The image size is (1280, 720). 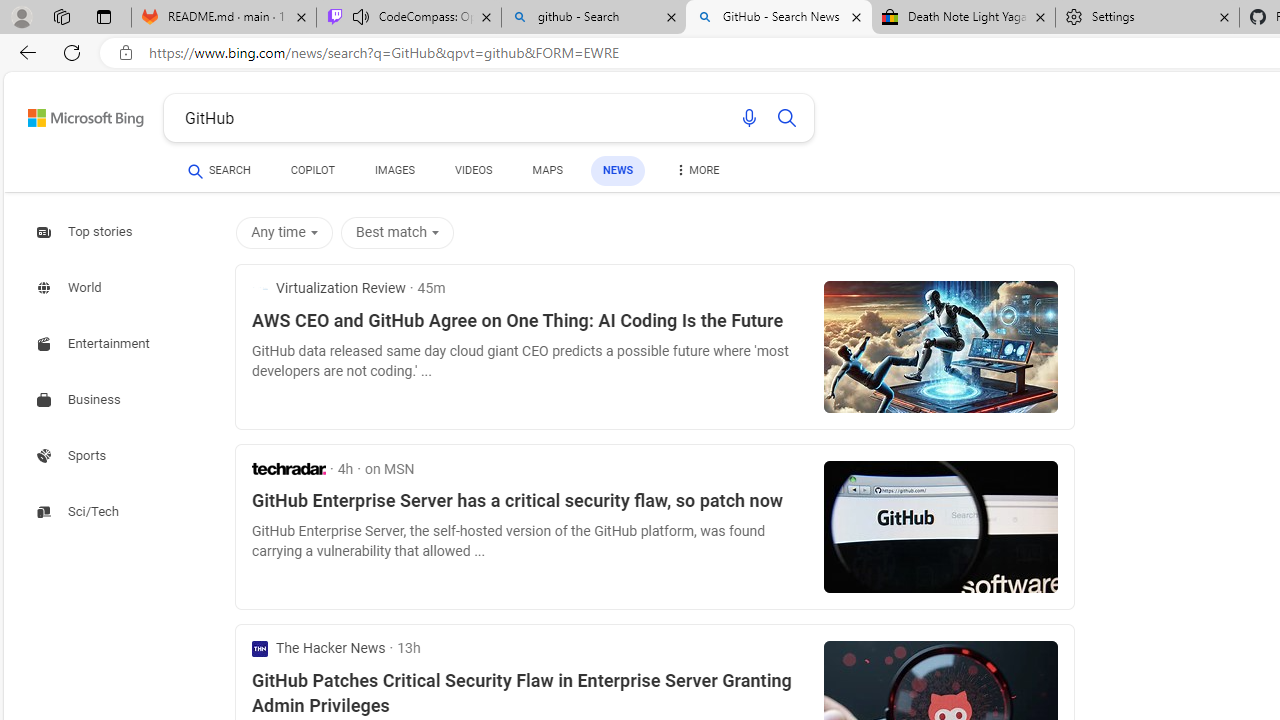 I want to click on 'Best match', so click(x=400, y=231).